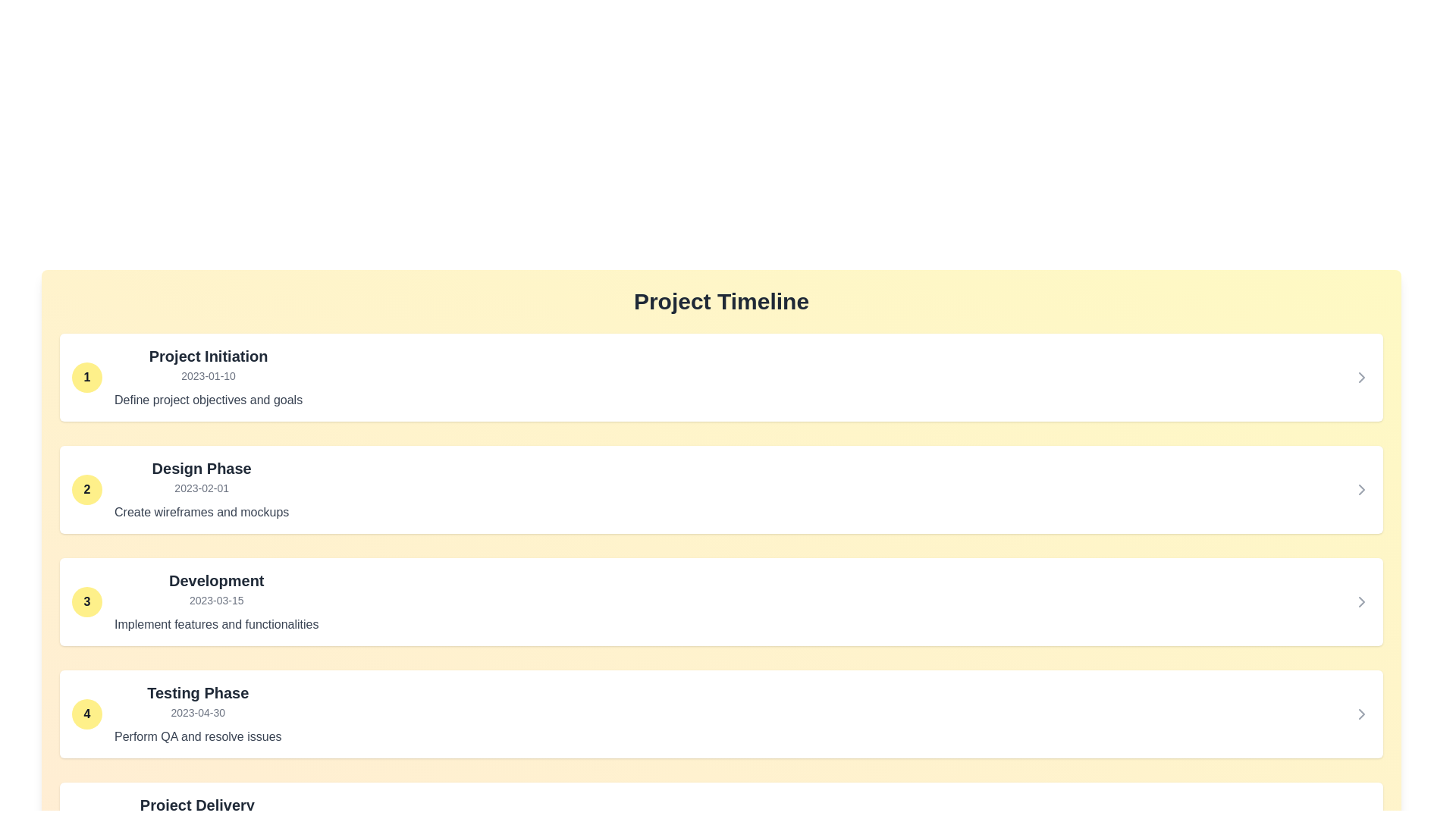 The height and width of the screenshot is (819, 1456). Describe the element at coordinates (1361, 376) in the screenshot. I see `the rightward-pointing chevron icon enclosed in a square at the far right end of the 'Project Initiation' card in the 'Project Timeline' section` at that location.